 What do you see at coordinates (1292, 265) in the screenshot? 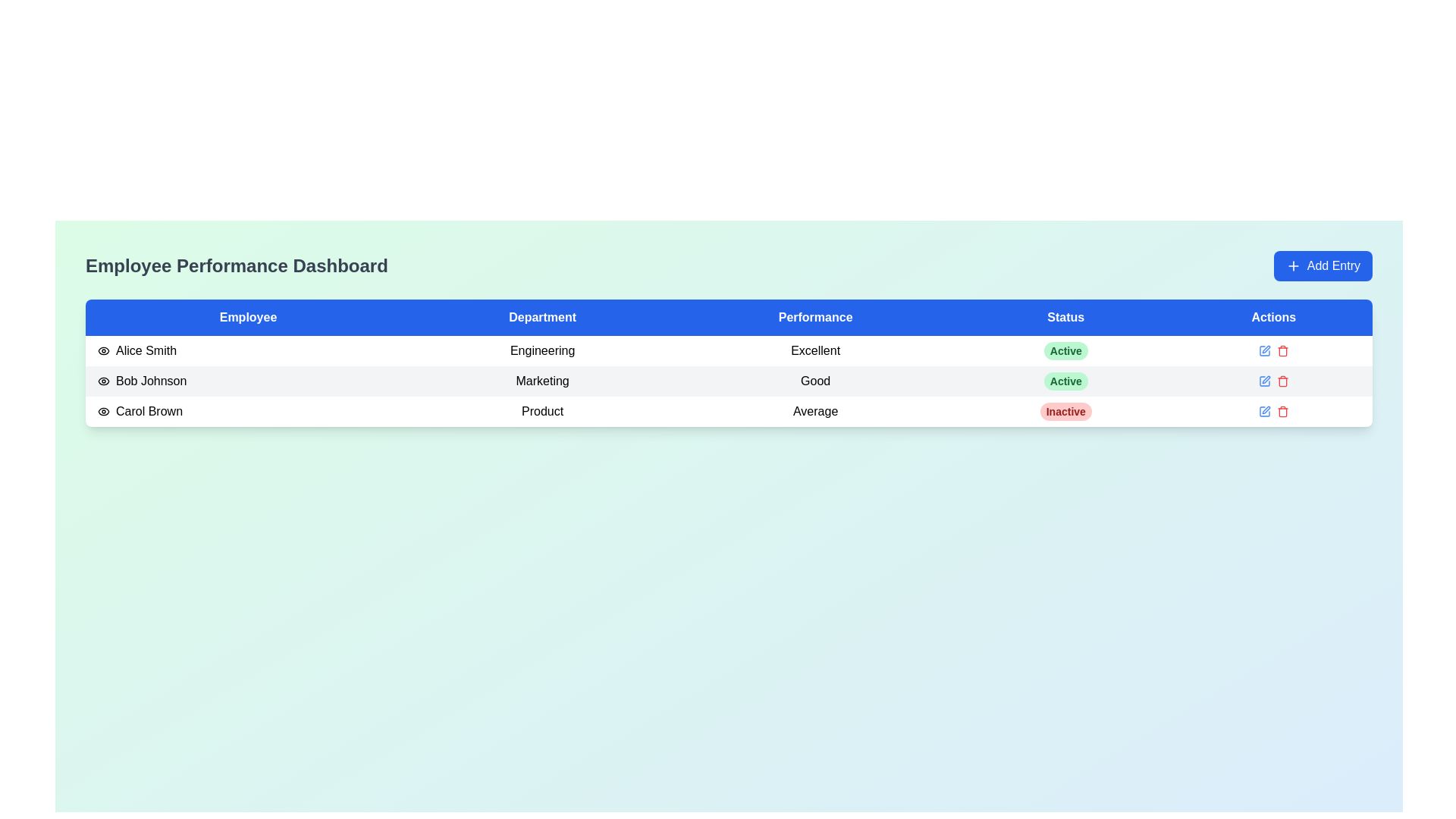
I see `the SVG icon indicating the purpose of the 'Add Entry' button located in the top-right corner of the interface, above the employee data table` at bounding box center [1292, 265].